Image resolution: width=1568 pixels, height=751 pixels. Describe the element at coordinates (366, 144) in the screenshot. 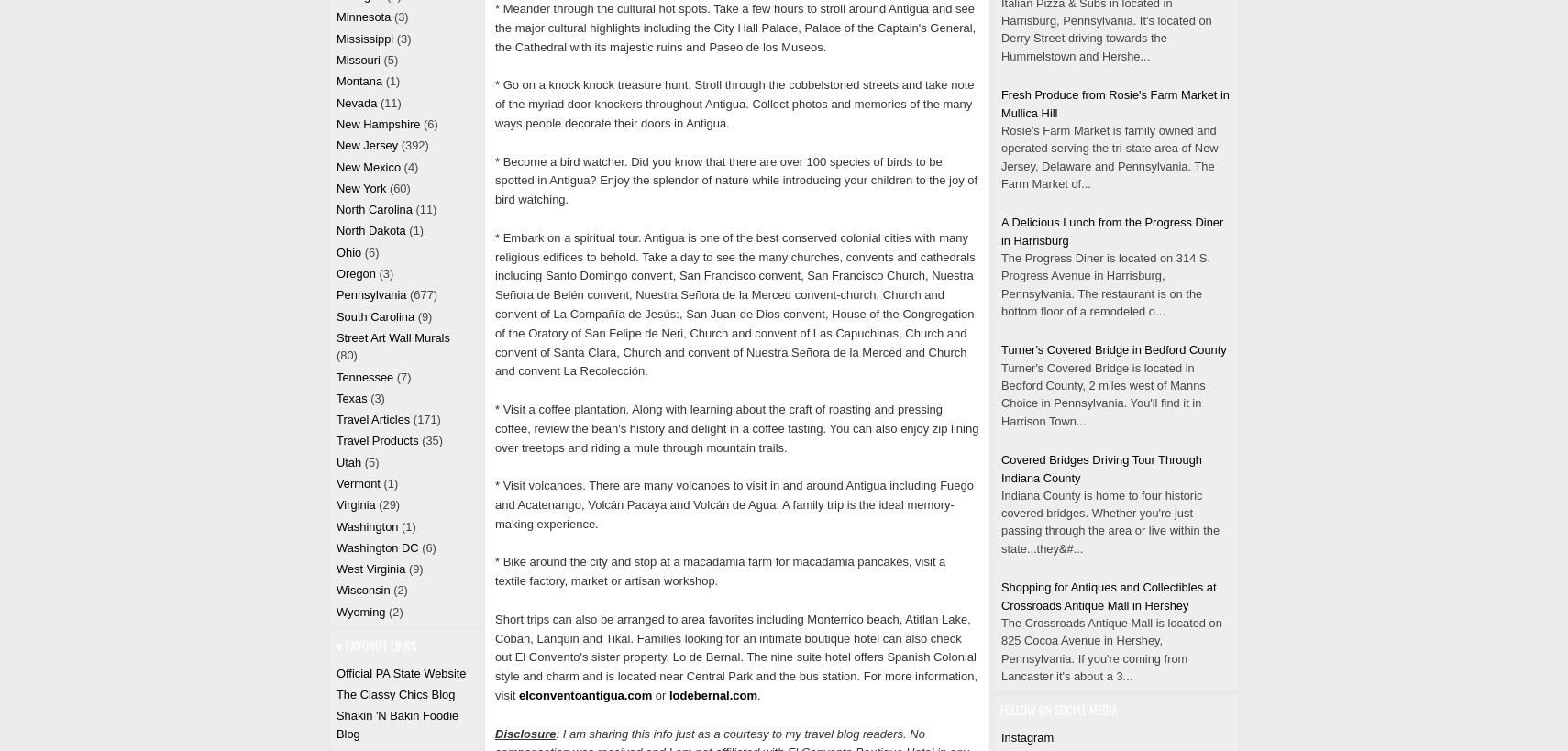

I see `'New Jersey'` at that location.